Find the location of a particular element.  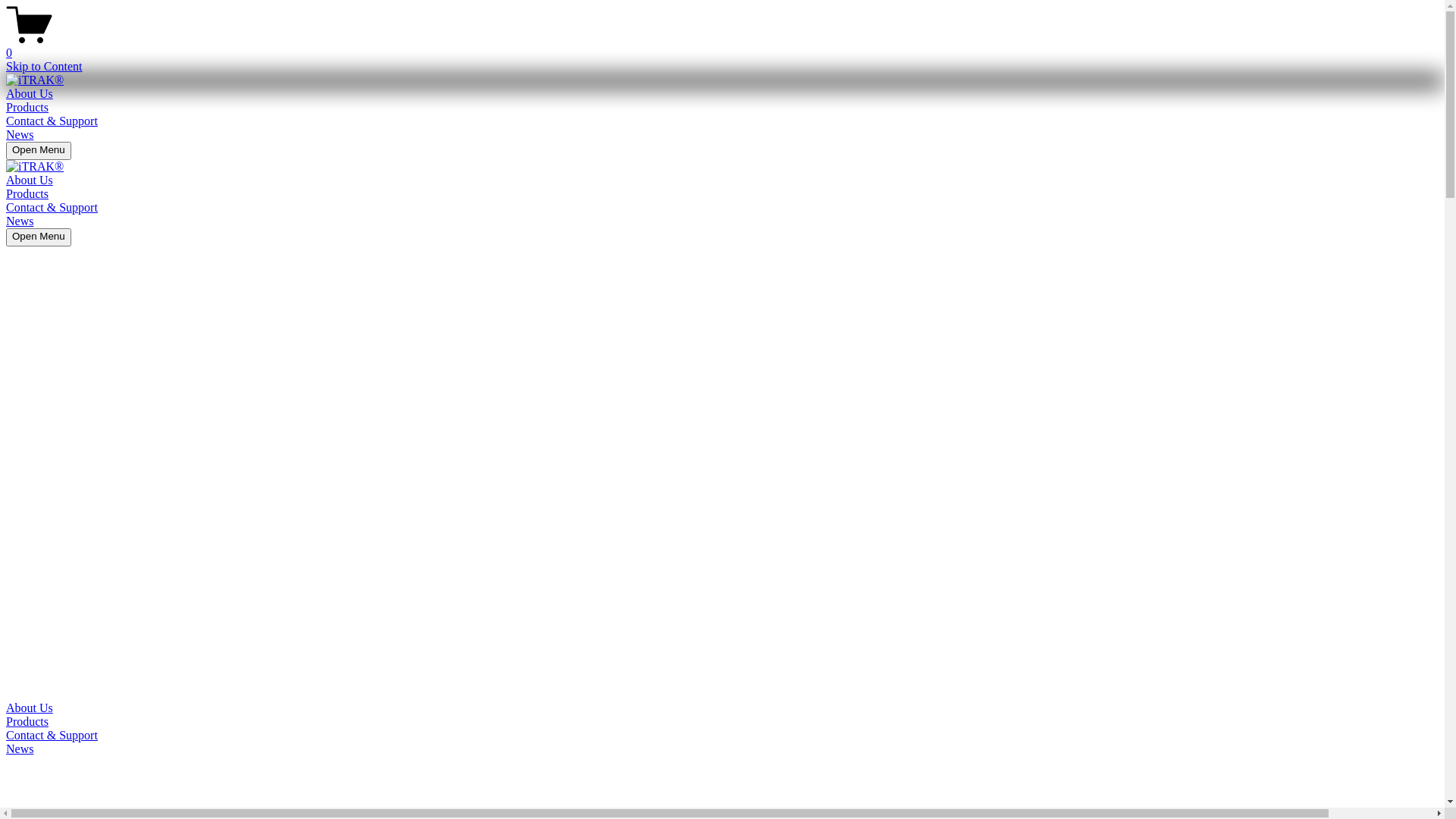

'Contact & Support' is located at coordinates (52, 120).